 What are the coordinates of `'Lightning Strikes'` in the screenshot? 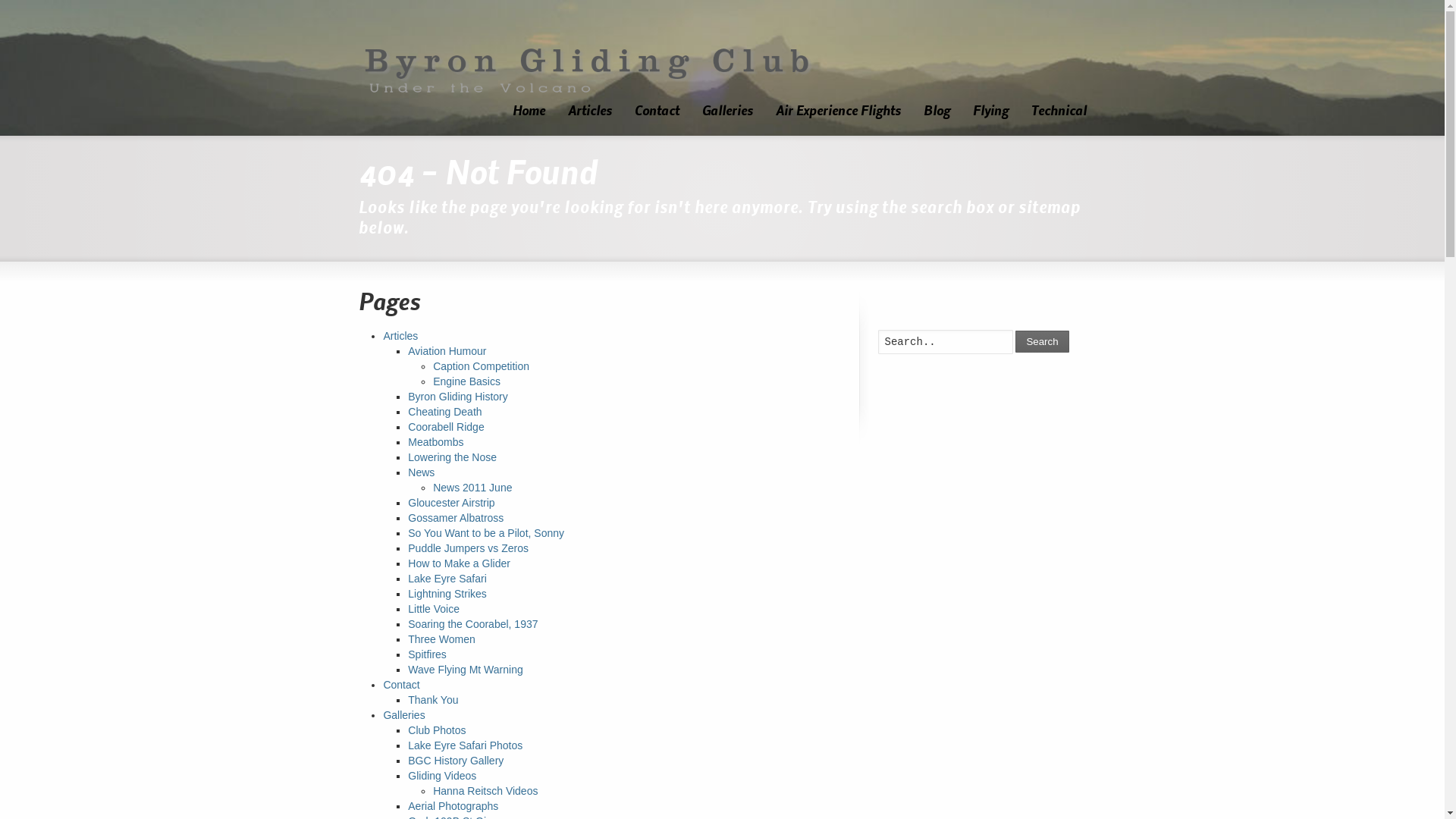 It's located at (447, 593).